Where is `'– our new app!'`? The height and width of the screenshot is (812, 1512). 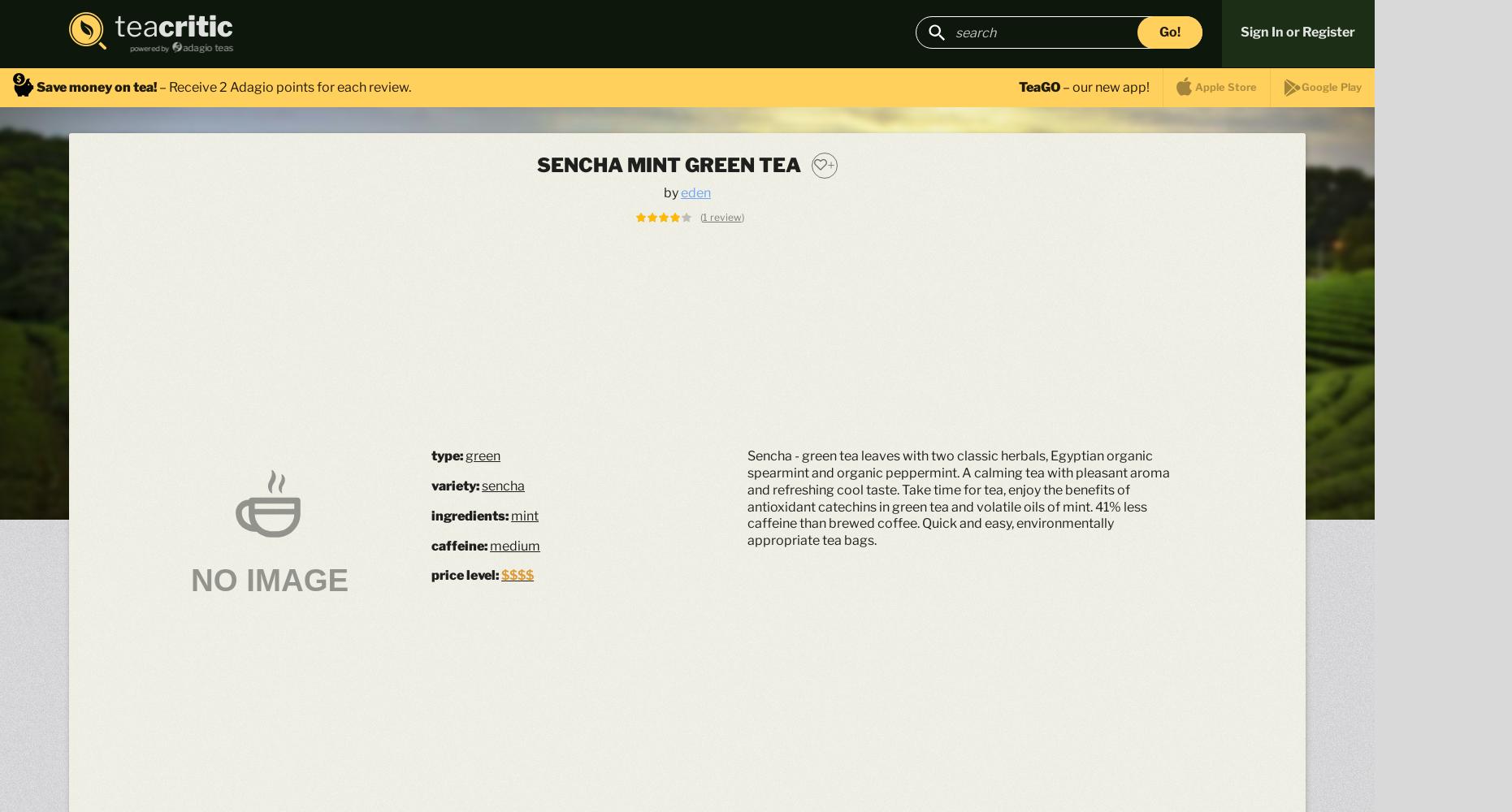 '– our new app!' is located at coordinates (1104, 85).